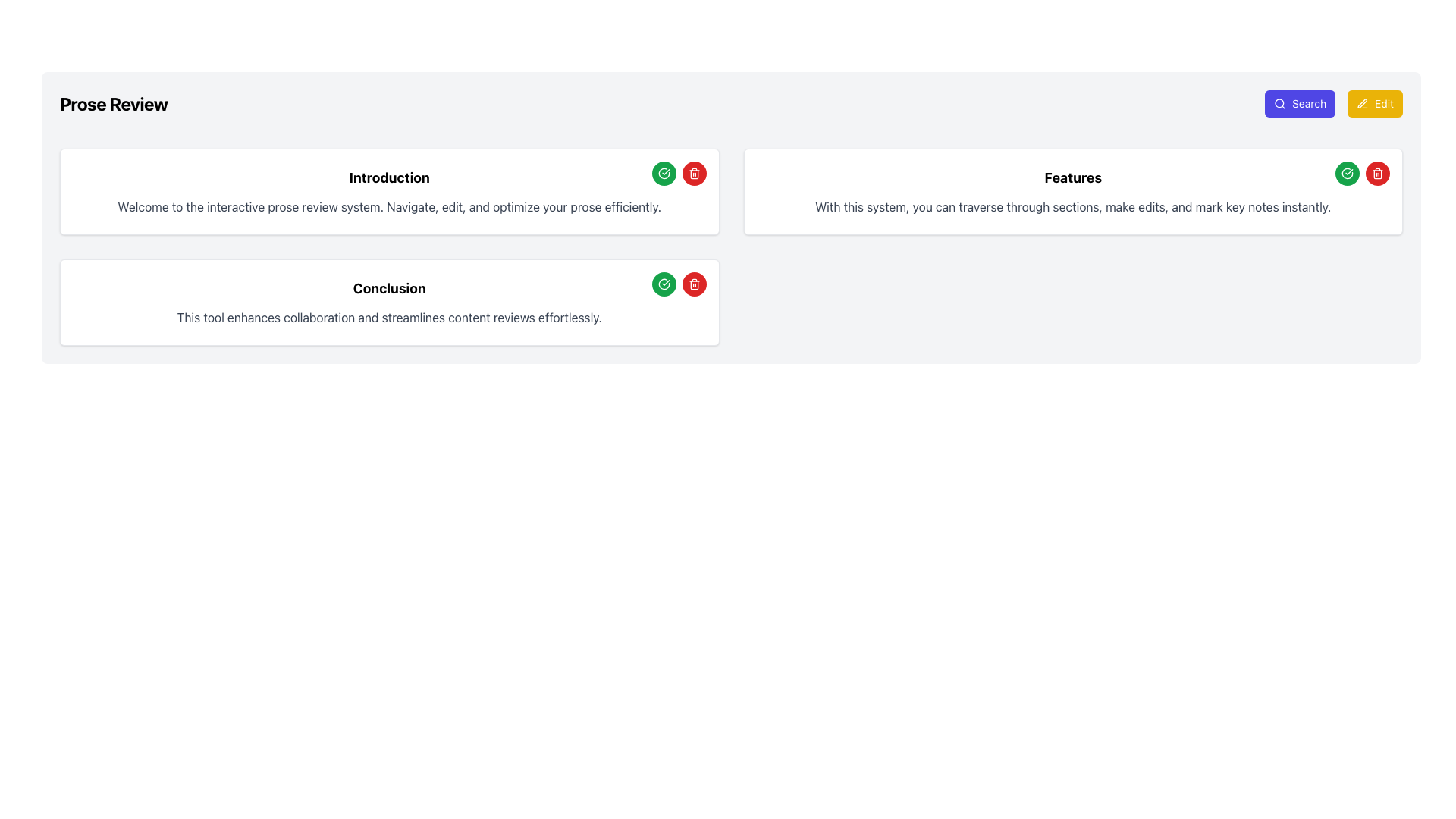  What do you see at coordinates (678, 284) in the screenshot?
I see `the green checkmark button in the Interactive button group located in the top-right corner of the 'Conclusion' card` at bounding box center [678, 284].